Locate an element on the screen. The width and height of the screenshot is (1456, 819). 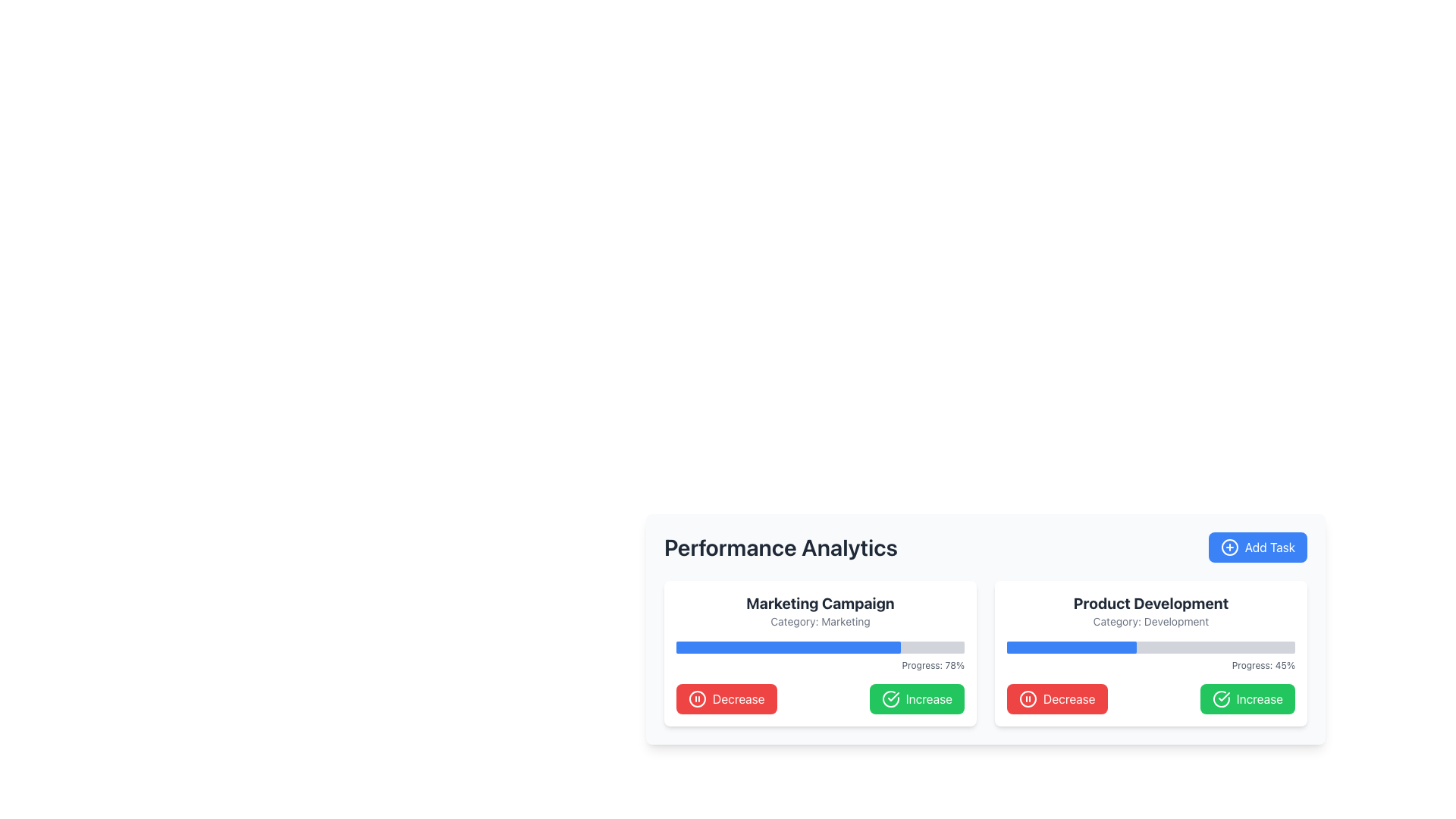
the Icon (SVG Circle) that represents the 'Decrease' button within the pause icon under 'Marketing Campaign' is located at coordinates (697, 698).